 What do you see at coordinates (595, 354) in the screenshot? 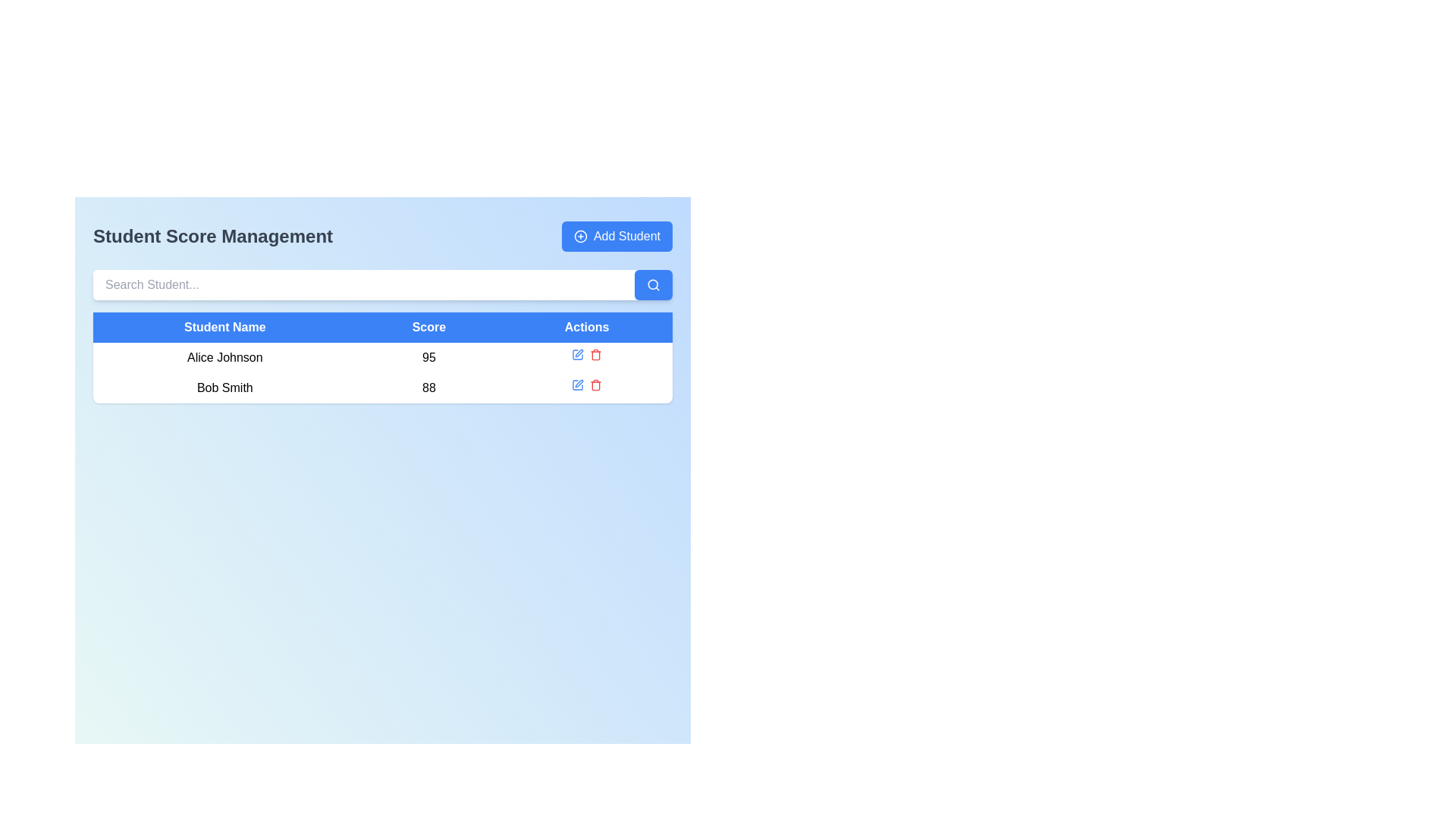
I see `the red trash can icon in the 'Actions' column of the data table` at bounding box center [595, 354].